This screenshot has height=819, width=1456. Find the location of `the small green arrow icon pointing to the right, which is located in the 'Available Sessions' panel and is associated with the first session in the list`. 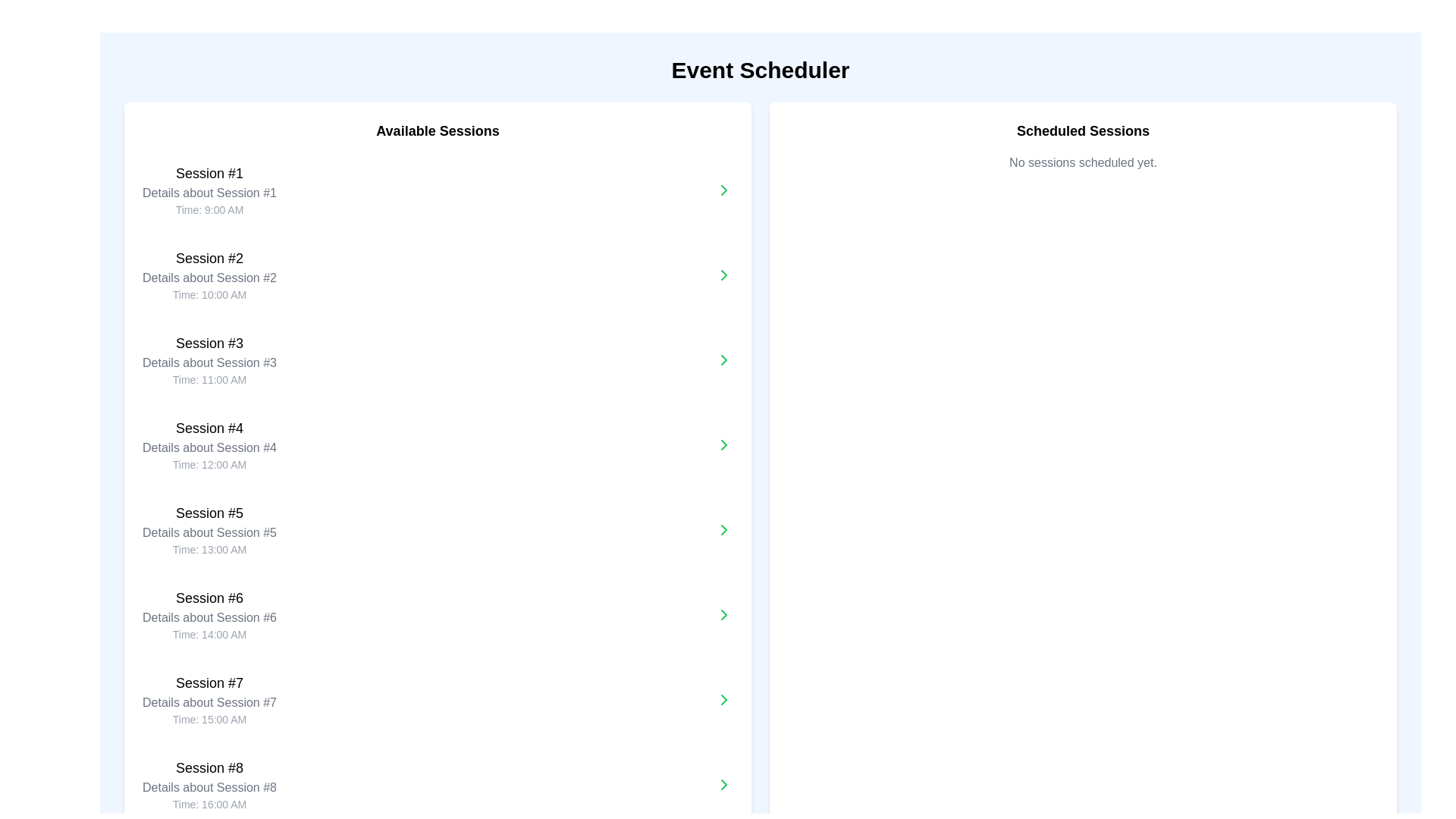

the small green arrow icon pointing to the right, which is located in the 'Available Sessions' panel and is associated with the first session in the list is located at coordinates (723, 189).